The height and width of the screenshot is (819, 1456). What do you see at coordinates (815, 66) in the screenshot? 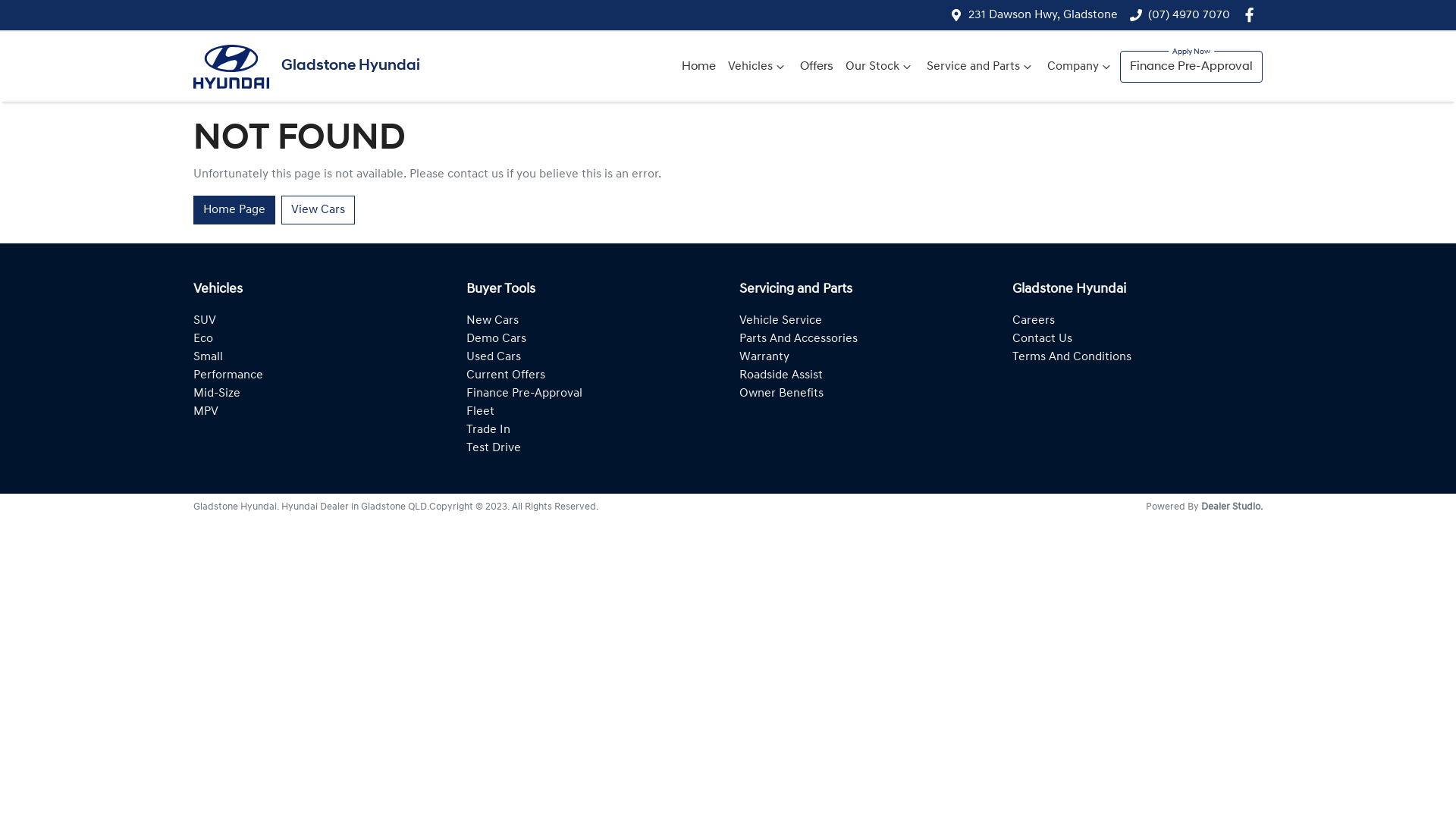
I see `'Offers'` at bounding box center [815, 66].